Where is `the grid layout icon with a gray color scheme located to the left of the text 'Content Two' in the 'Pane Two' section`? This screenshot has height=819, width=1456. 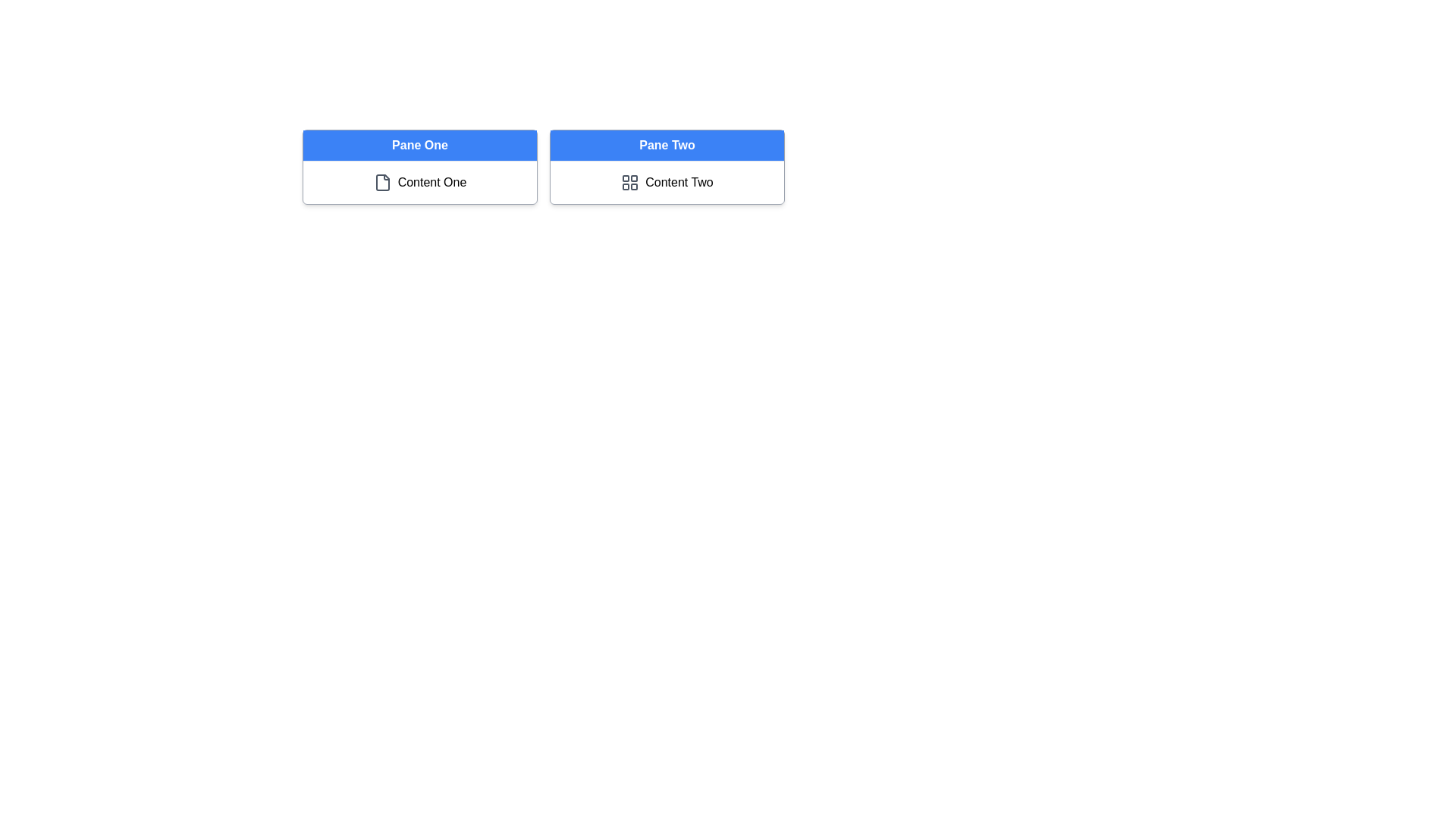 the grid layout icon with a gray color scheme located to the left of the text 'Content Two' in the 'Pane Two' section is located at coordinates (630, 181).